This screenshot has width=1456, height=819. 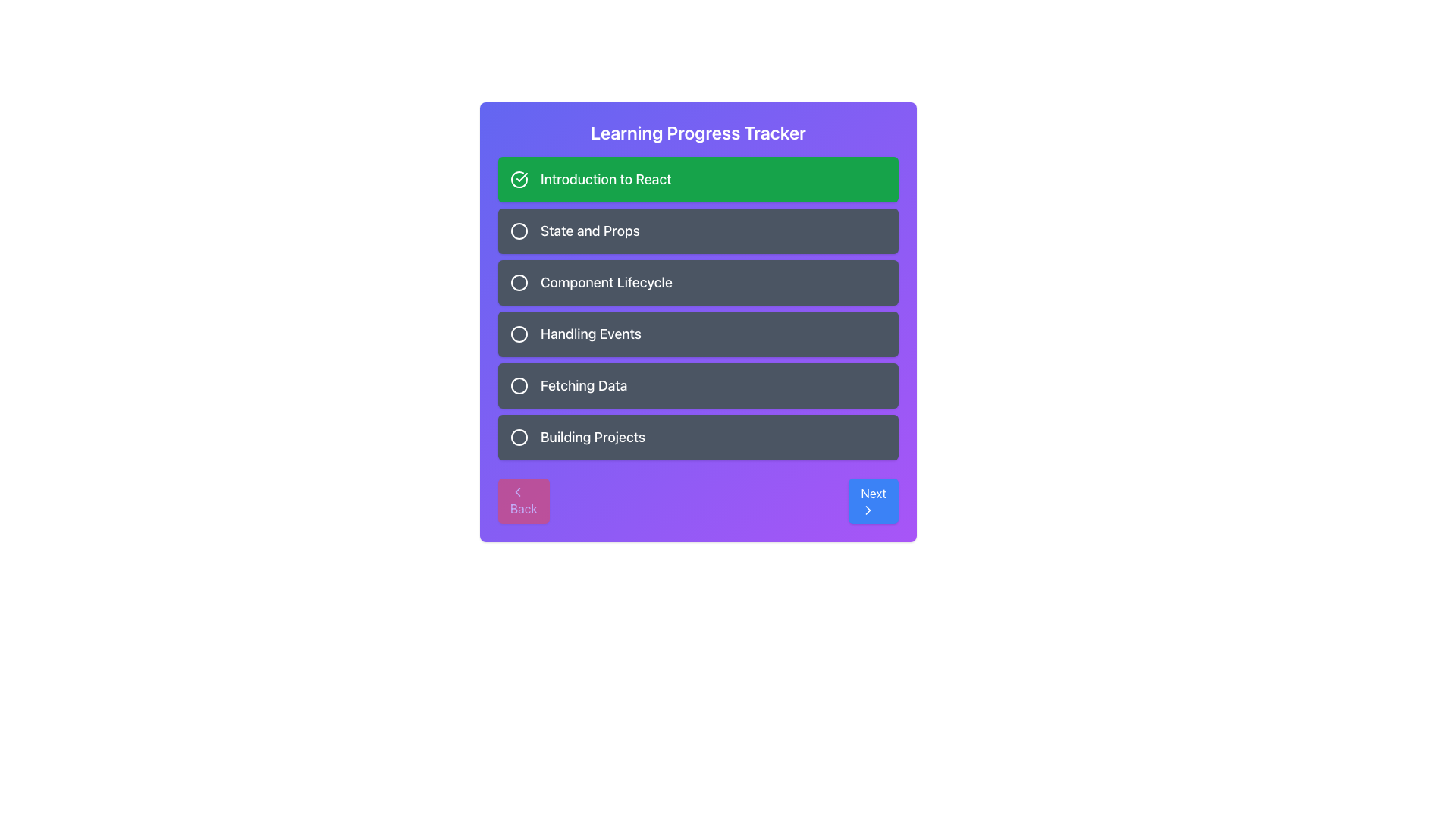 I want to click on the completion icon located to the left of the text in the green background box titled 'Introduction to React', which indicates success for the list item, so click(x=519, y=178).